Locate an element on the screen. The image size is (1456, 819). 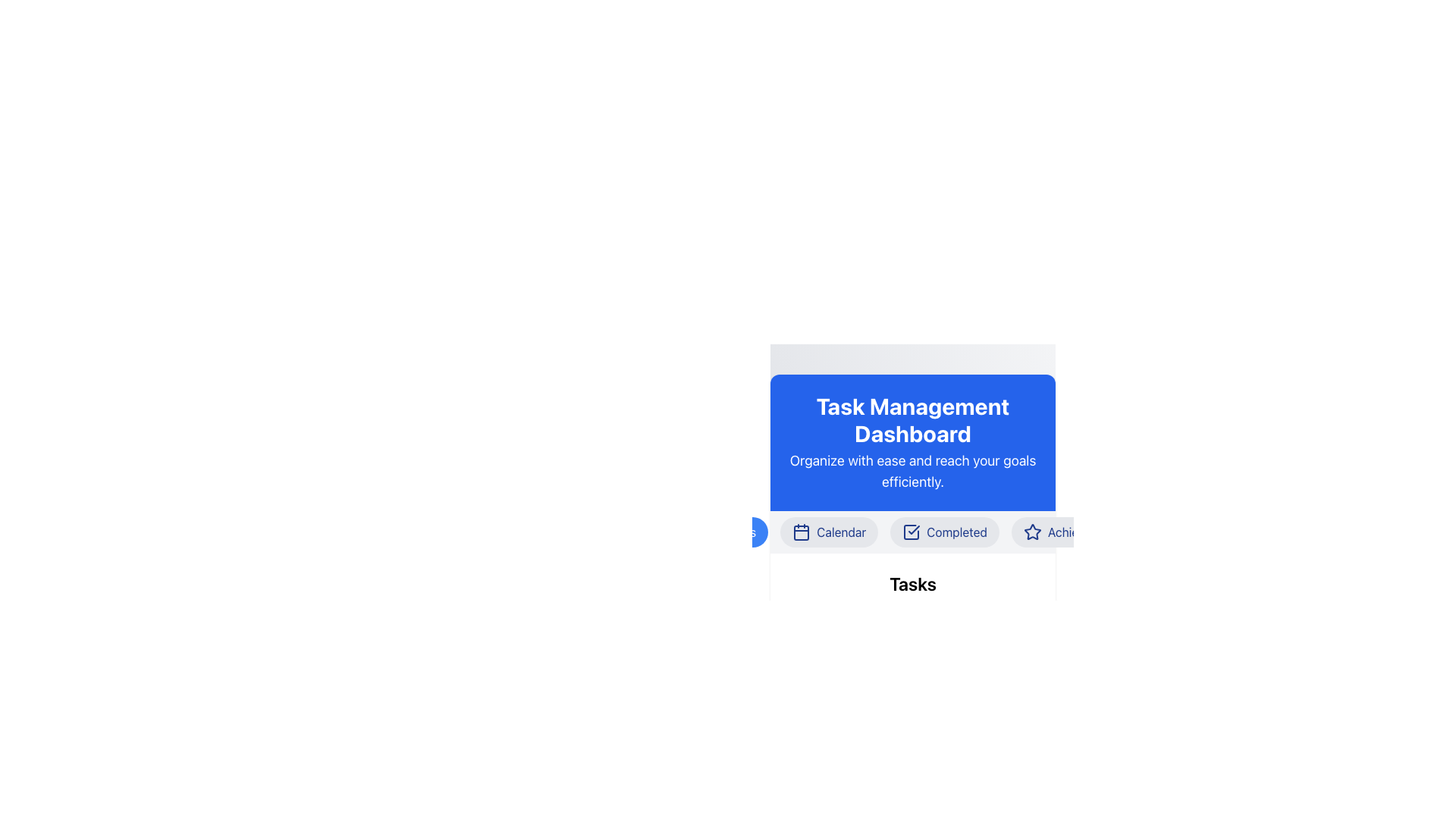
the SVG graphic icon representing a square with a checkmark inside, located to the left of the text 'Completed' within a blue-highlighted button in the navigation bar is located at coordinates (911, 532).